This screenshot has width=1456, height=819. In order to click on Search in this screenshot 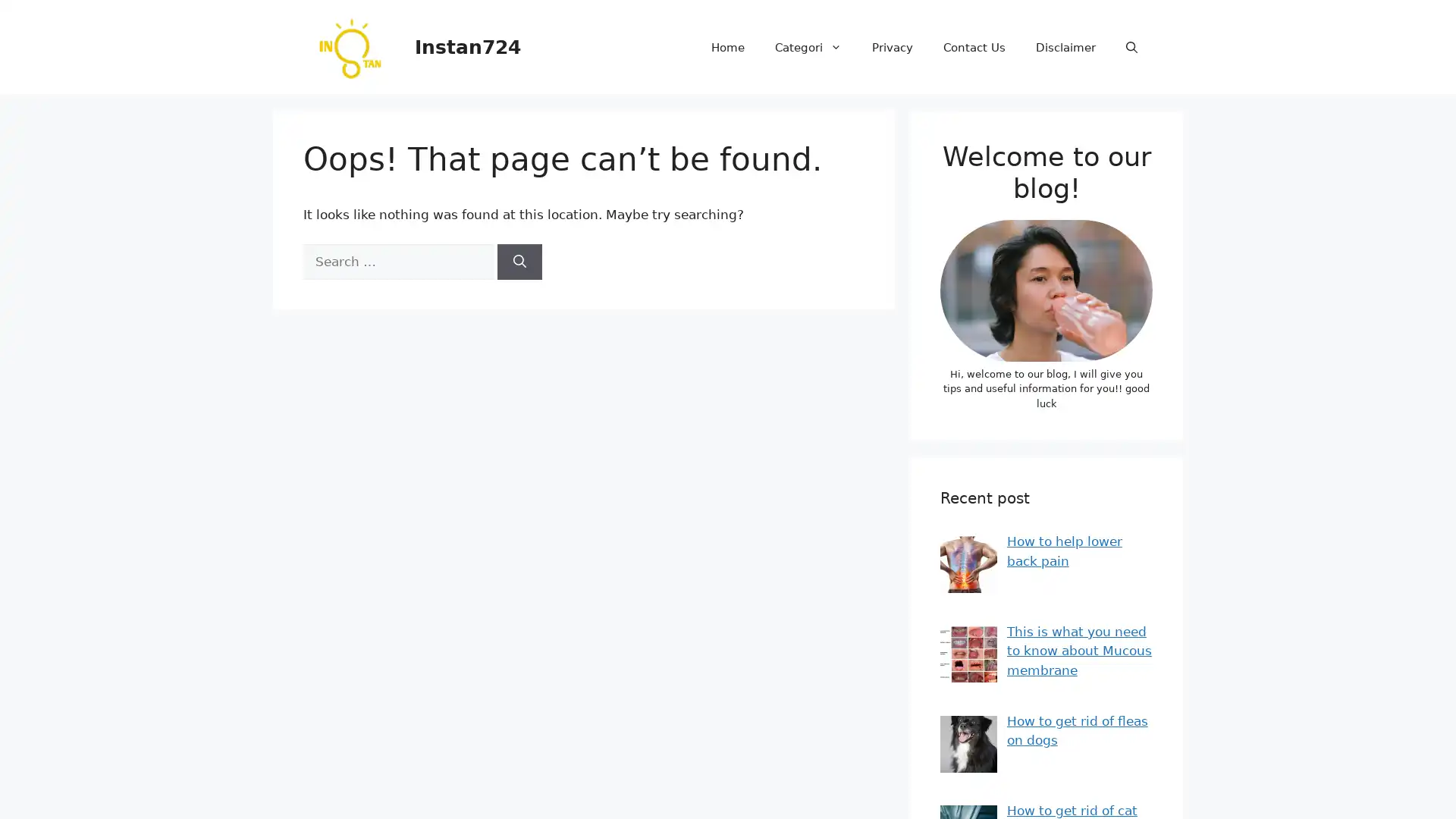, I will do `click(519, 260)`.